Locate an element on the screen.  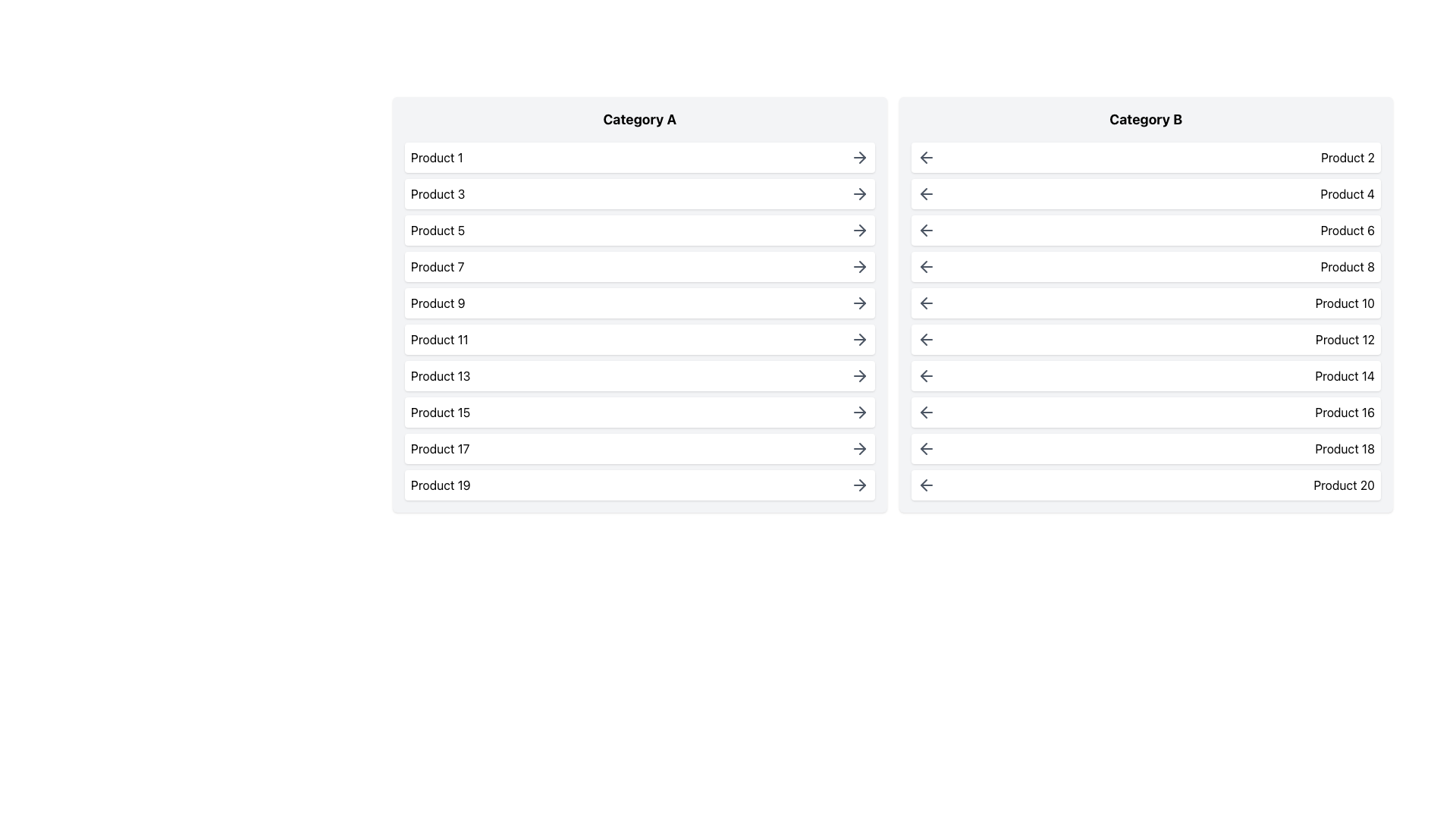
text of the heading for the 'Category B' section, which is located at the top center of the panel and serves to identify the products listed under this category is located at coordinates (1146, 119).